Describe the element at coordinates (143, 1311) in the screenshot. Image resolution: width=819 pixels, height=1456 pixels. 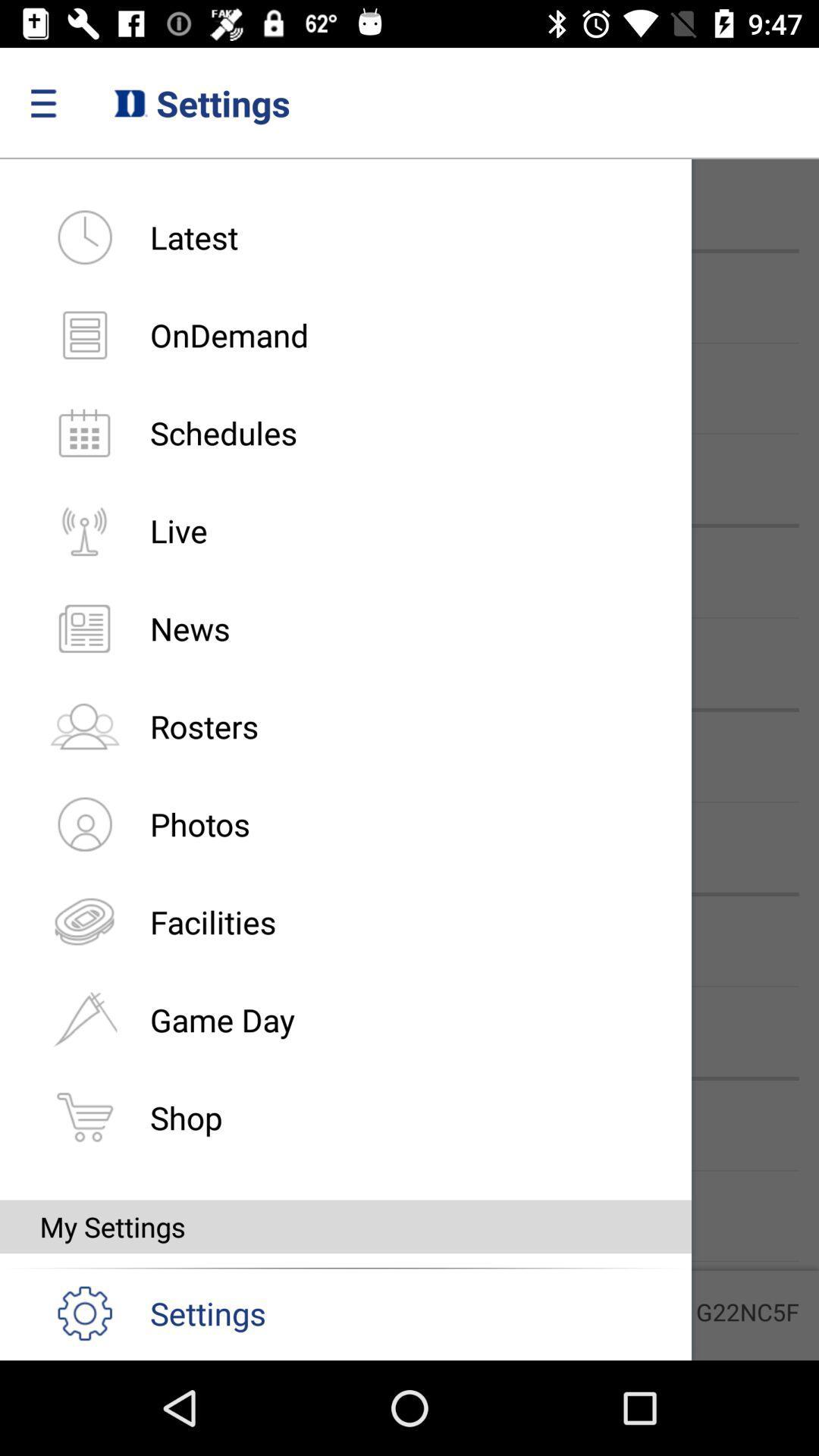
I see `settings` at that location.